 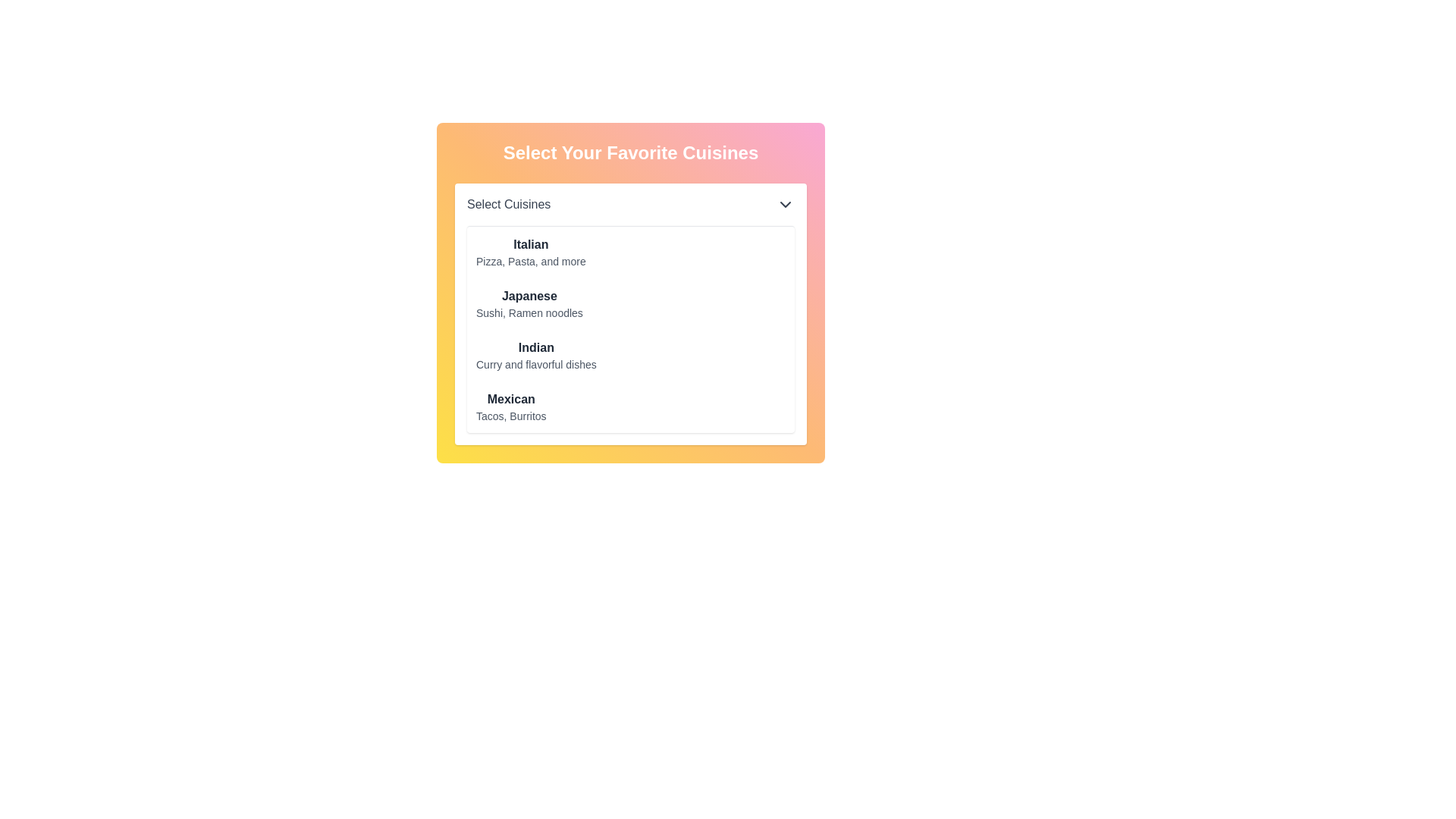 I want to click on the text element reading 'Sushi, Ramen noodles' located below the bolded 'Japanese' text in the dropdown menu area, so click(x=529, y=312).